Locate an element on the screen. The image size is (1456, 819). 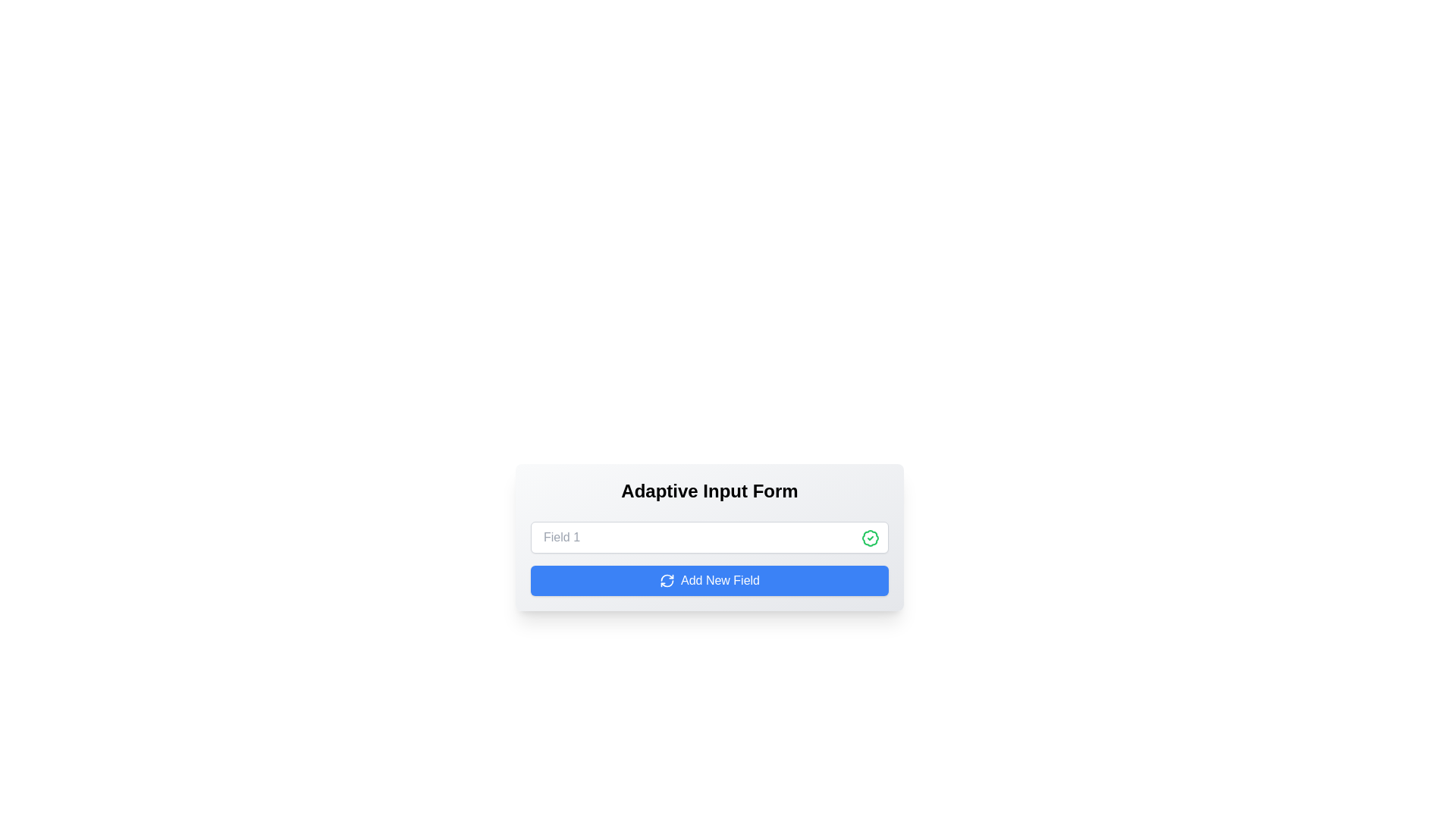
the bold heading text label that displays 'Adaptive Input Form', which is prominently positioned at the top of the card interface is located at coordinates (709, 491).